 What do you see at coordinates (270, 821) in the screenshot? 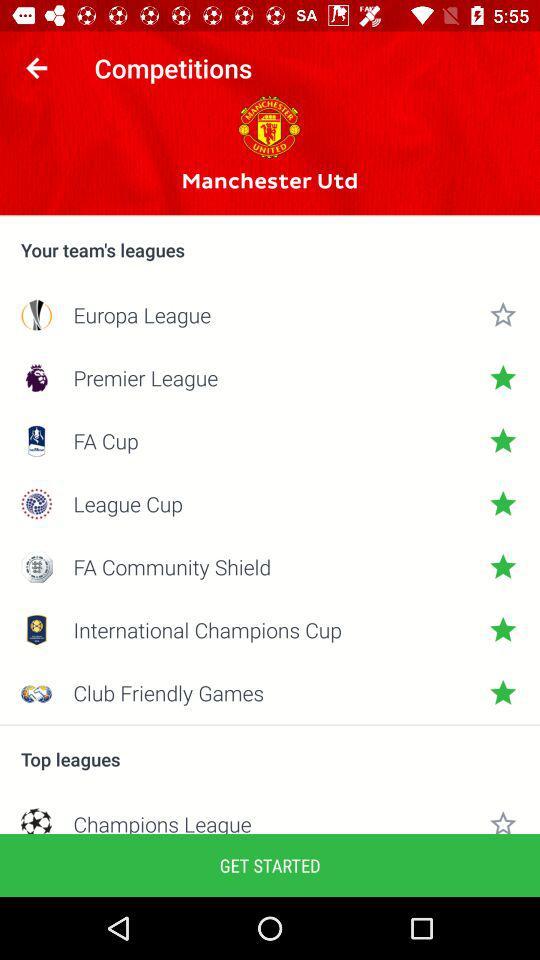
I see `the item below top leagues item` at bounding box center [270, 821].